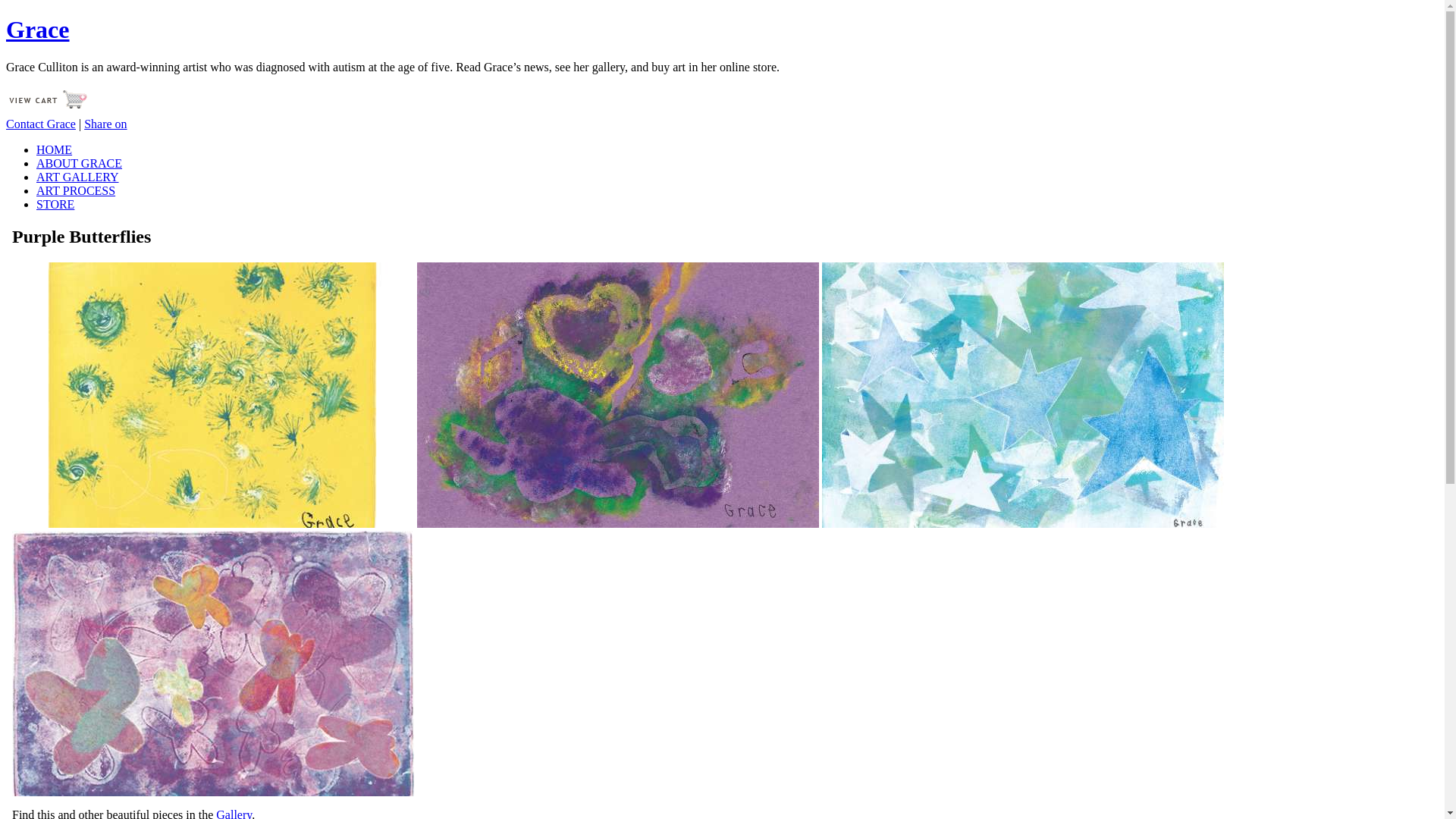 This screenshot has height=819, width=1456. I want to click on 'Share on', so click(83, 123).